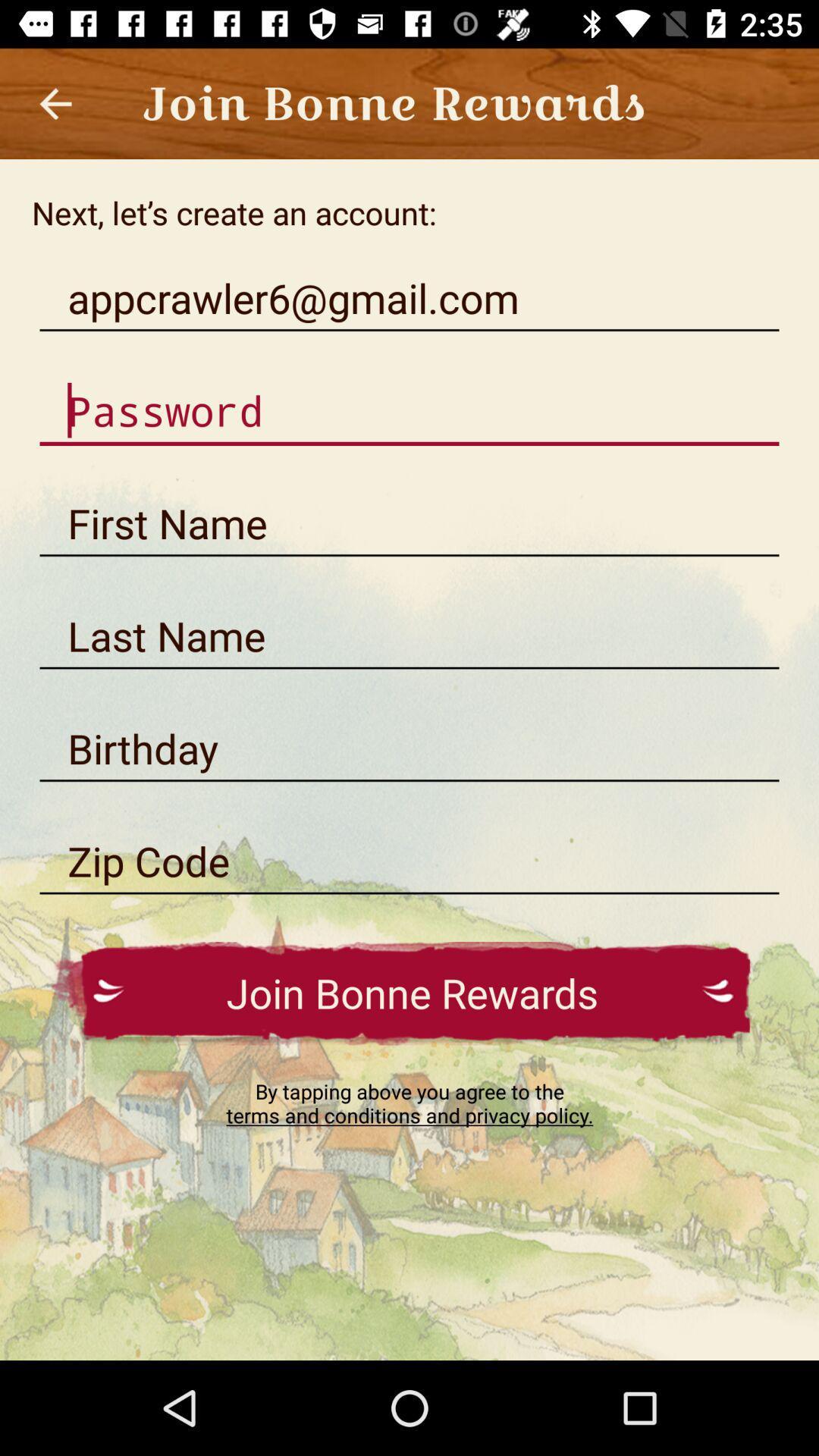 This screenshot has height=1456, width=819. What do you see at coordinates (409, 411) in the screenshot?
I see `password field on sign up form` at bounding box center [409, 411].